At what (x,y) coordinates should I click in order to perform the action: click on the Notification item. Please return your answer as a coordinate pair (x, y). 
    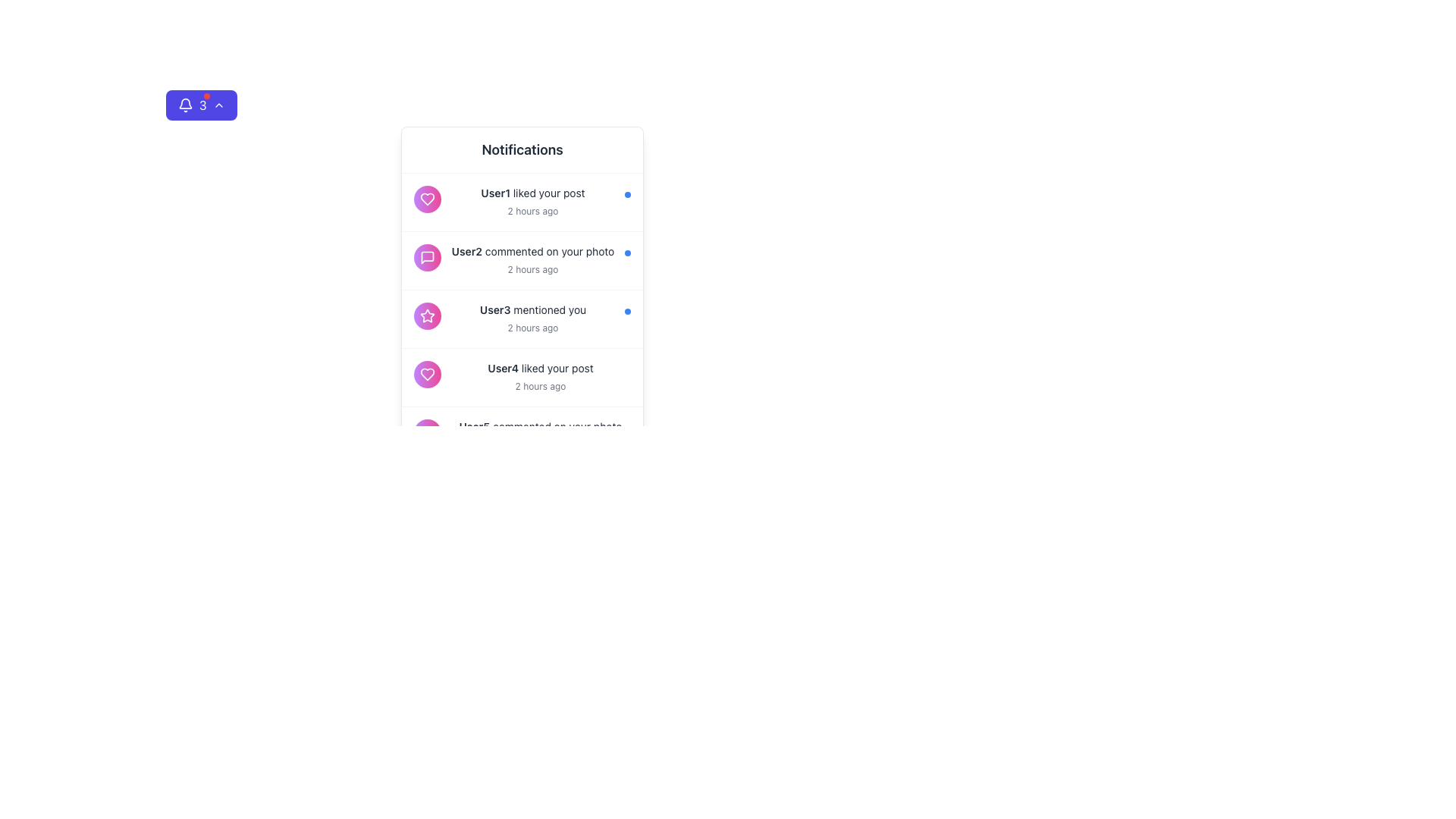
    Looking at the image, I should click on (522, 318).